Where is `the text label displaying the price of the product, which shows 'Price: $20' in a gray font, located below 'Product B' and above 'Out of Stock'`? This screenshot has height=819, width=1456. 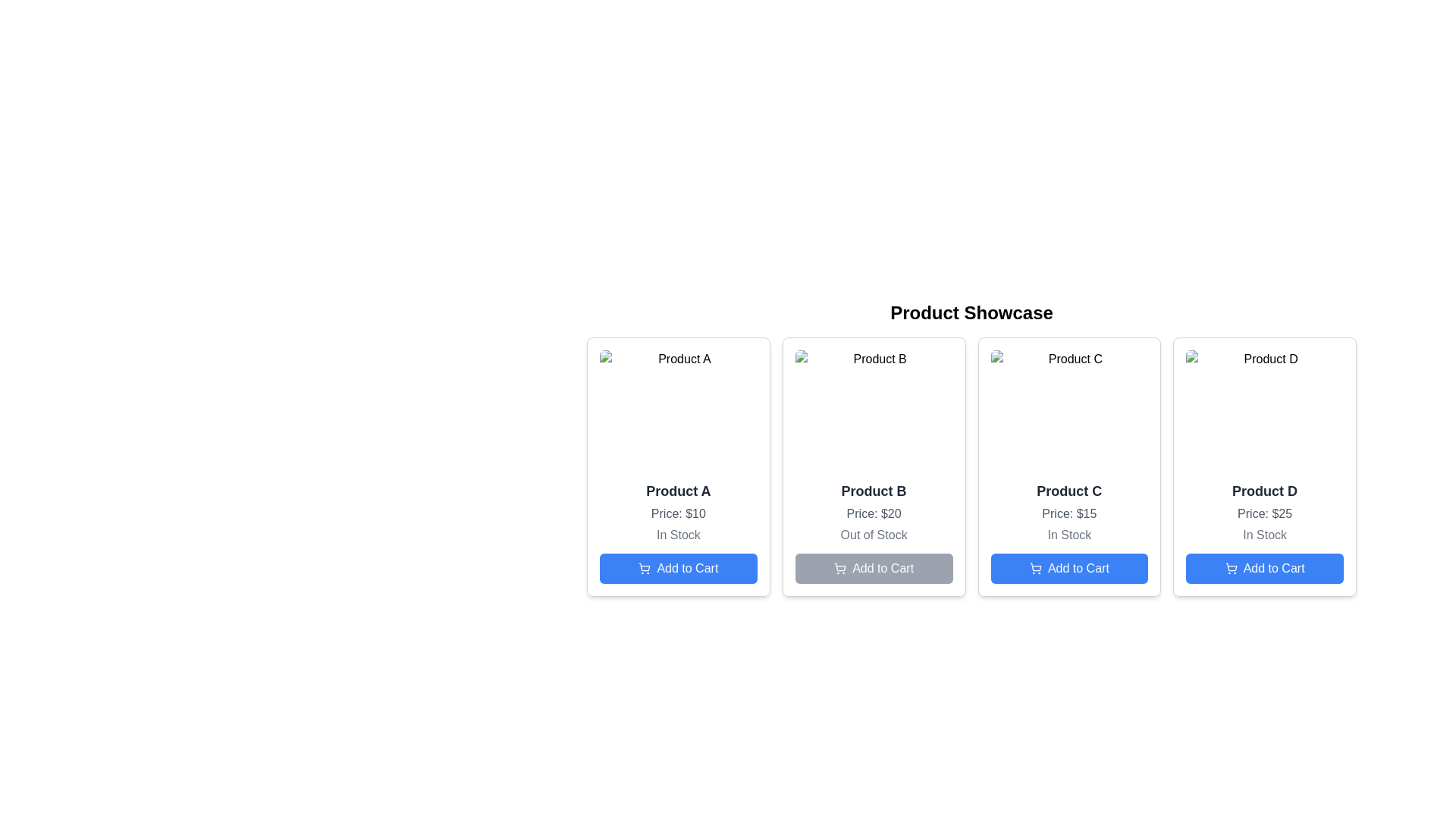
the text label displaying the price of the product, which shows 'Price: $20' in a gray font, located below 'Product B' and above 'Out of Stock' is located at coordinates (874, 513).